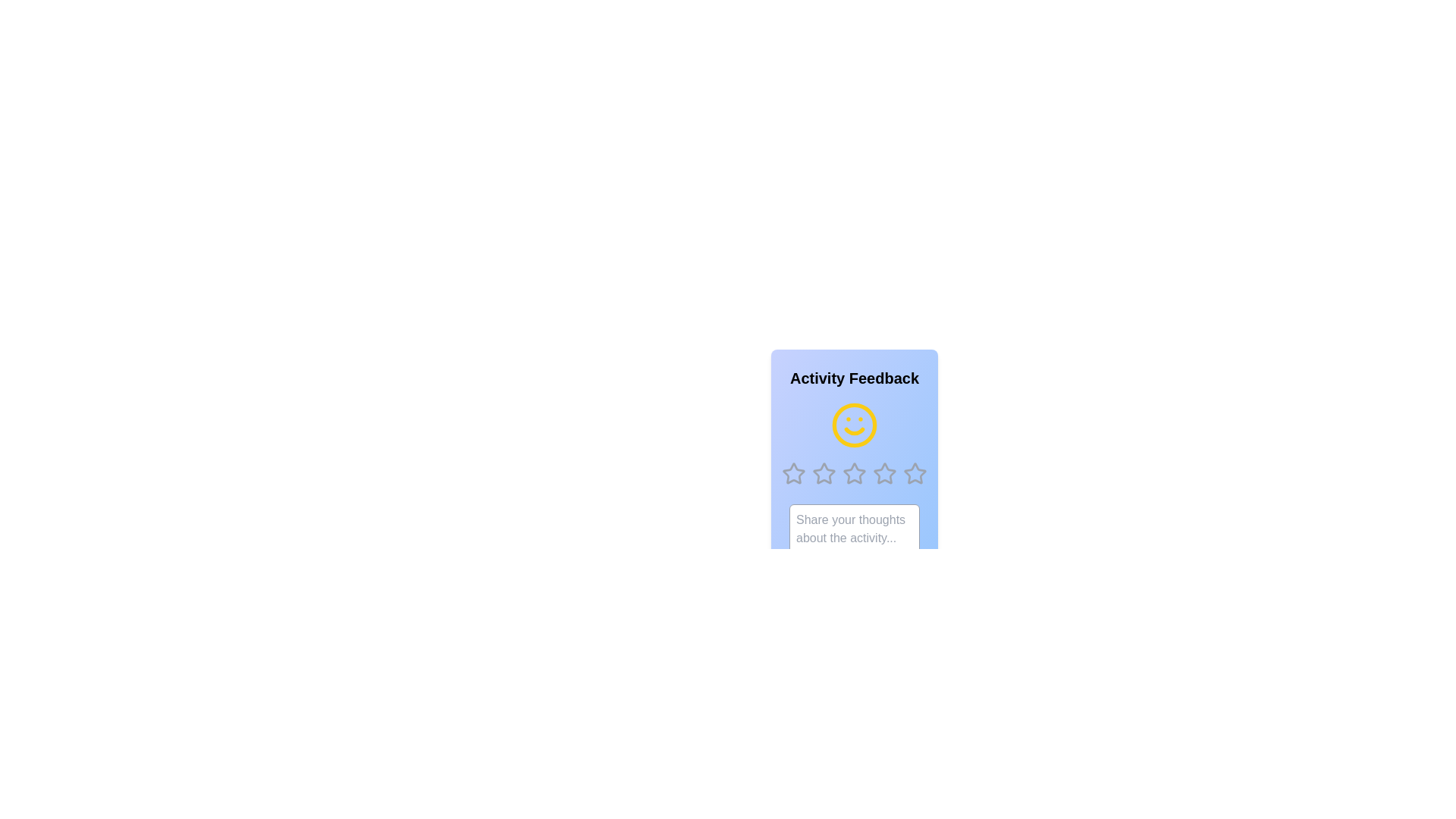 This screenshot has width=1456, height=819. I want to click on the smiley face icon with yellow strokes, which is centrally aligned within the feedback form card, located just below the 'Activity Feedback' title, so click(855, 425).